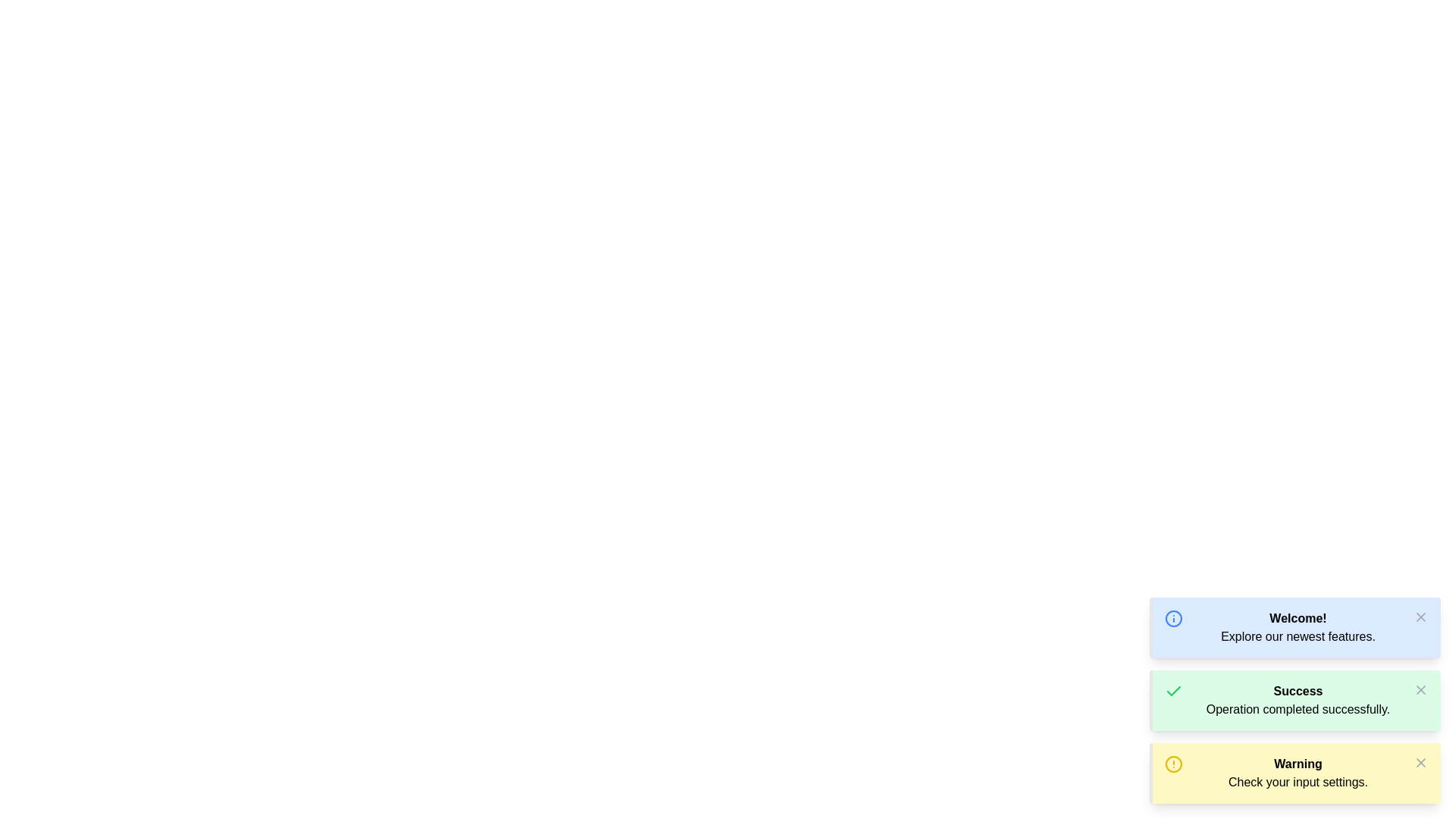  Describe the element at coordinates (1173, 764) in the screenshot. I see `the circular graphical component with a yellow border located in the bottom notification card titled 'Warning: Check your input settings'` at that location.